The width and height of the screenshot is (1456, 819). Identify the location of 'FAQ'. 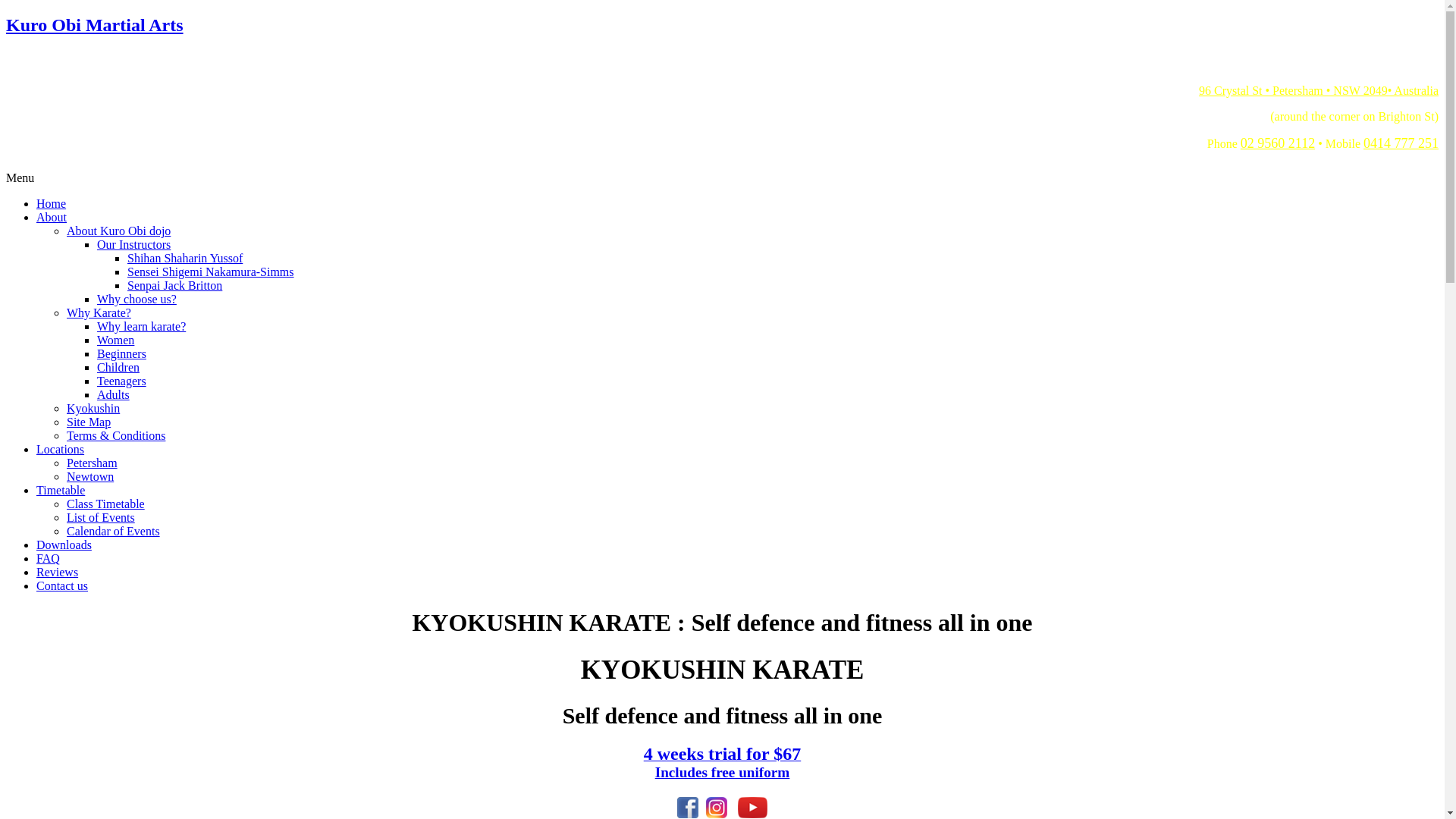
(48, 558).